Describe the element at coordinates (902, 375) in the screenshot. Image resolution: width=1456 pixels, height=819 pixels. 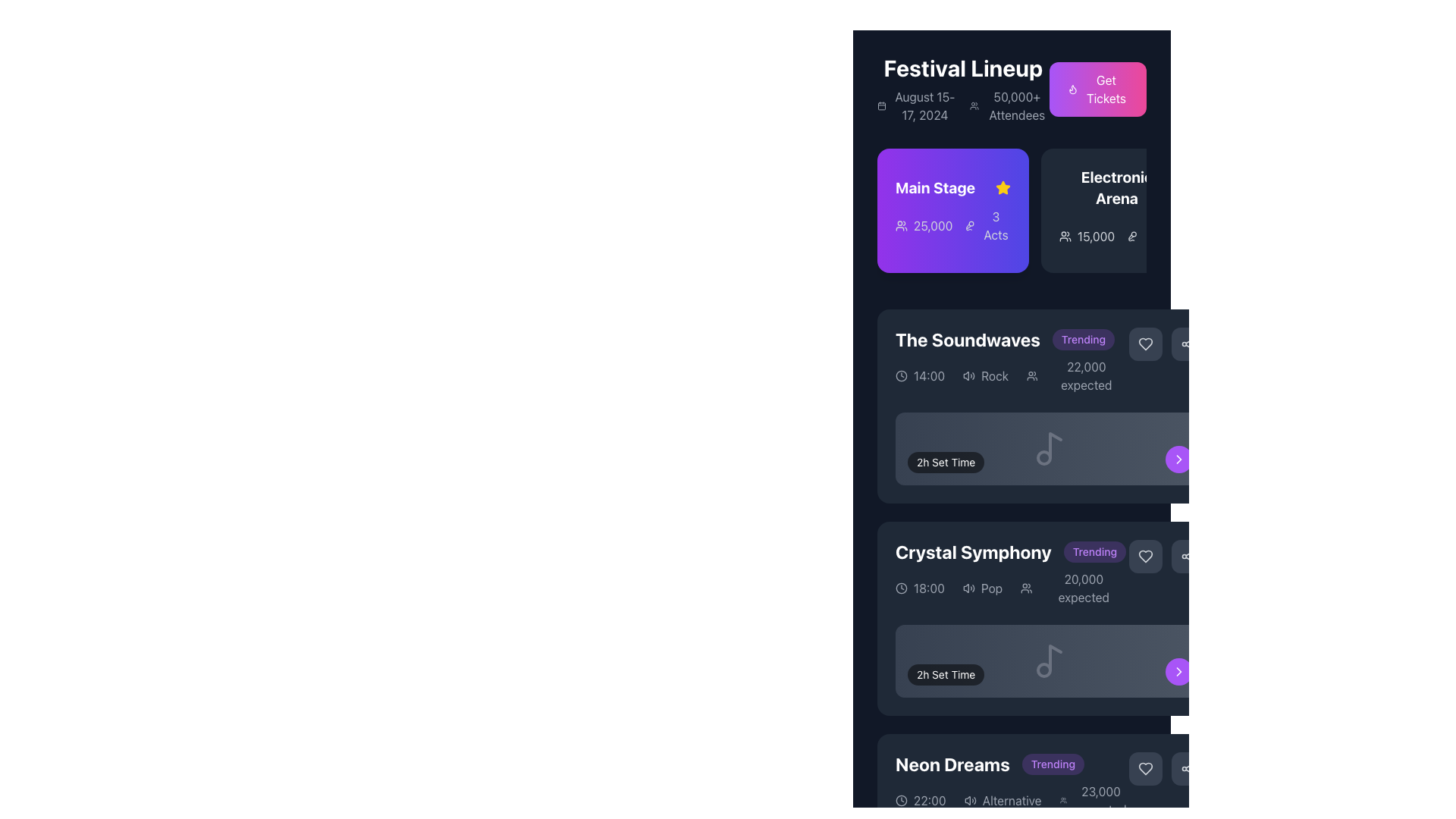
I see `the time icon located to the left of the label displaying '14:00' in the 'The Soundwaves' section of the main interface` at that location.